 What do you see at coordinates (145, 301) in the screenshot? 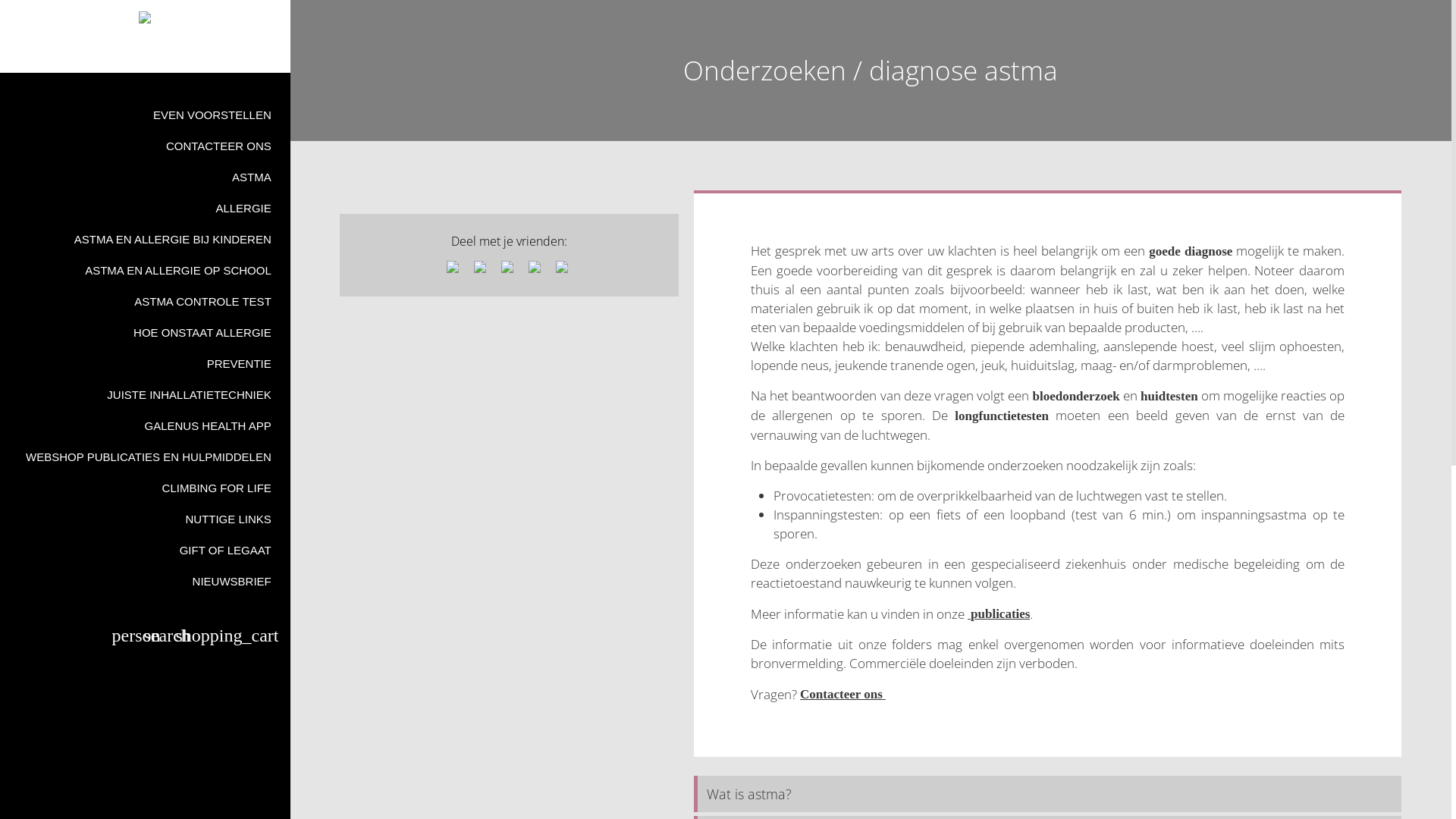
I see `'ASTMA CONTROLE TEST'` at bounding box center [145, 301].